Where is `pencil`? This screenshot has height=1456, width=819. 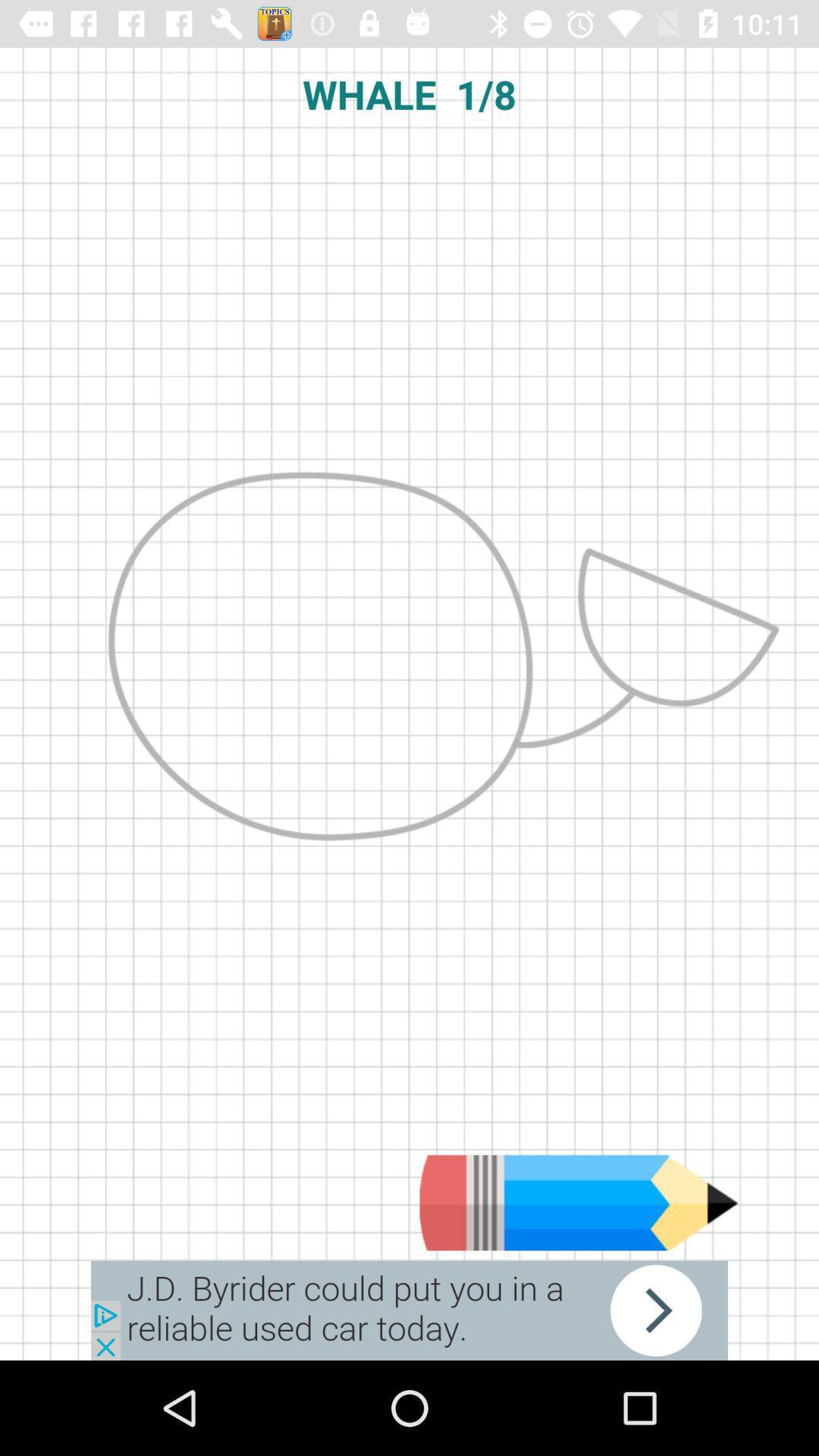
pencil is located at coordinates (579, 1202).